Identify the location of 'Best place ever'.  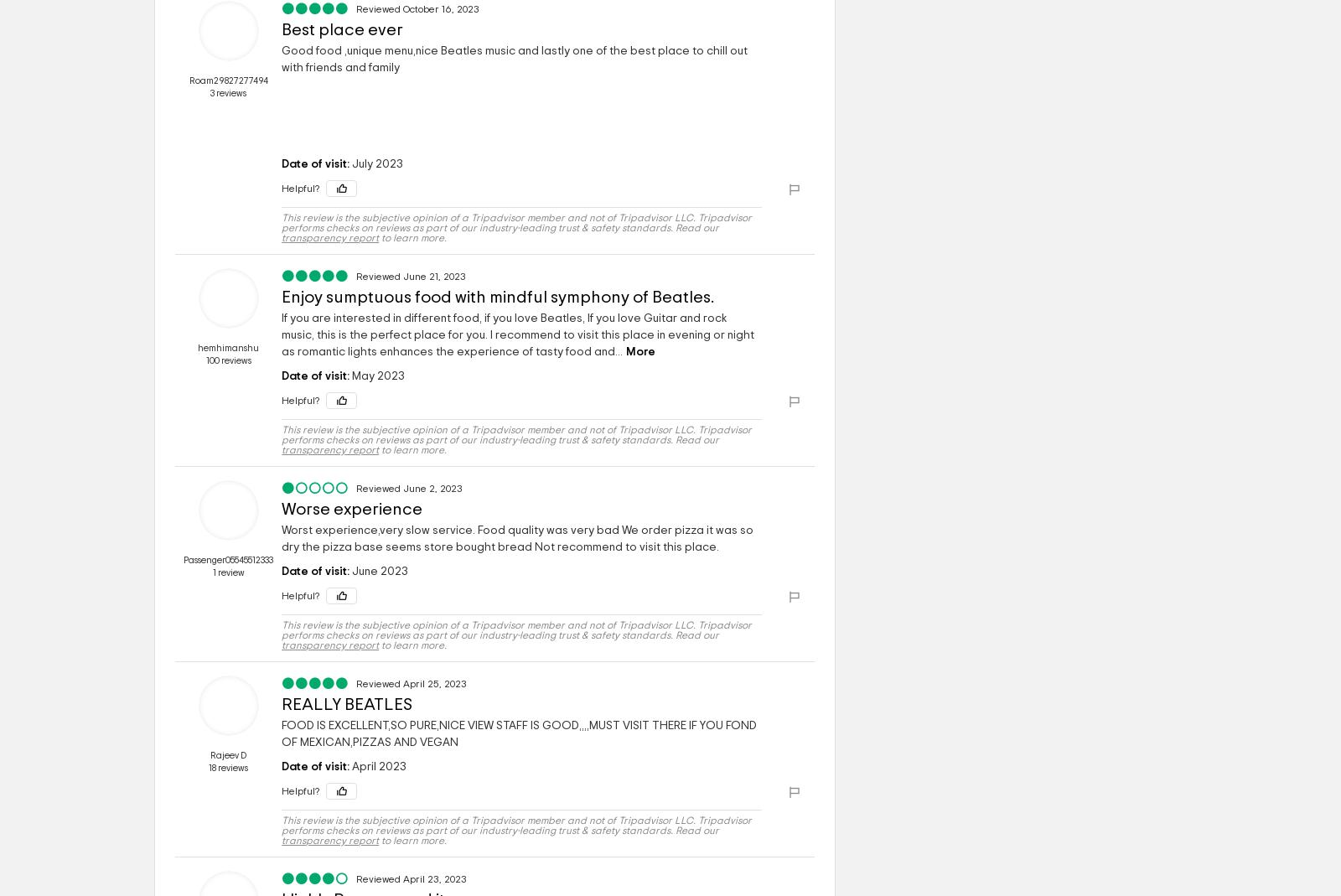
(282, 29).